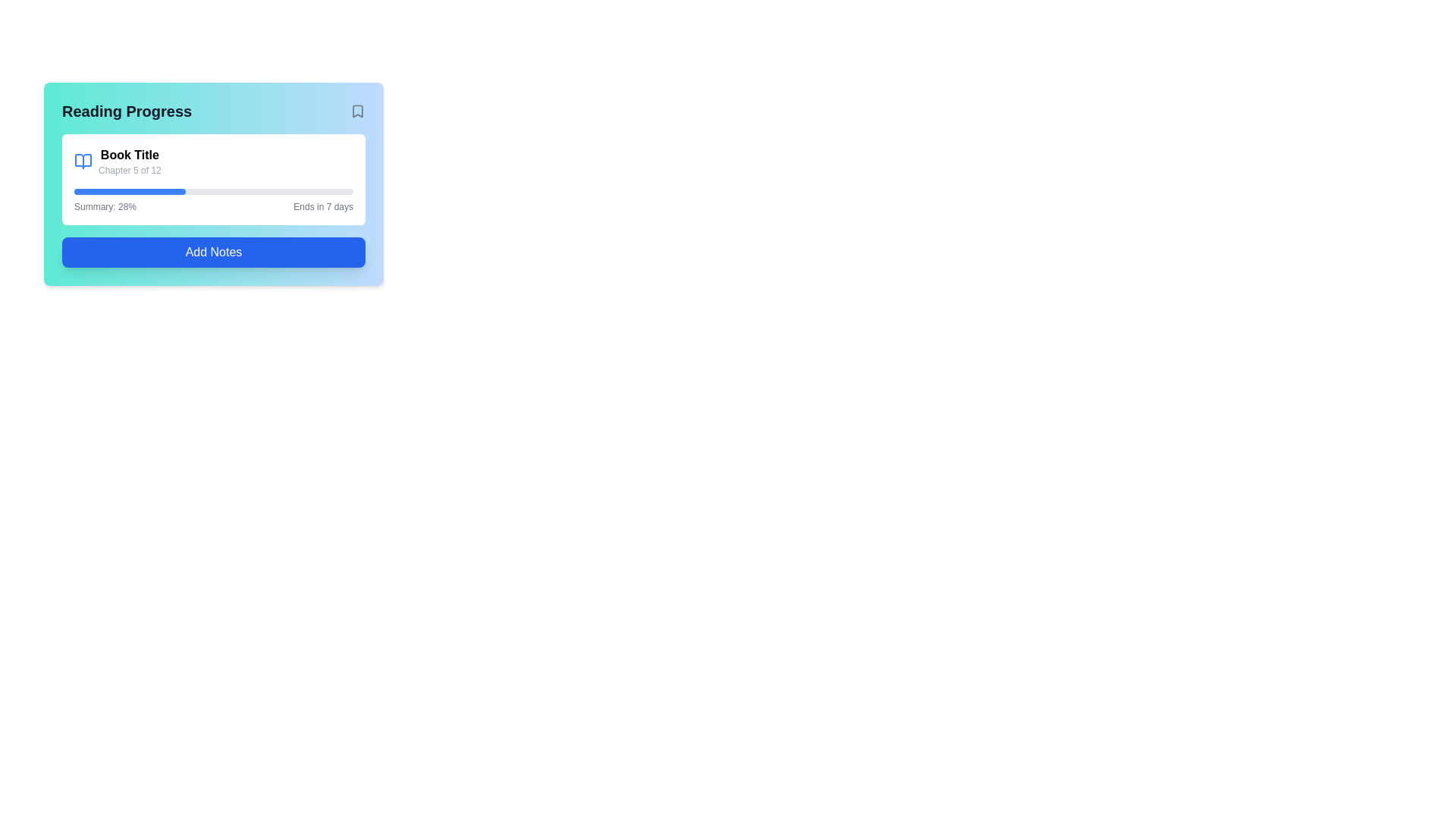 This screenshot has width=1456, height=819. Describe the element at coordinates (213, 184) in the screenshot. I see `displayed book progress details from the informational card located in the upper-left quadrant, which includes the 'Reading Progress' title and a bookmark icon, along with the progress percentage and deadline` at that location.